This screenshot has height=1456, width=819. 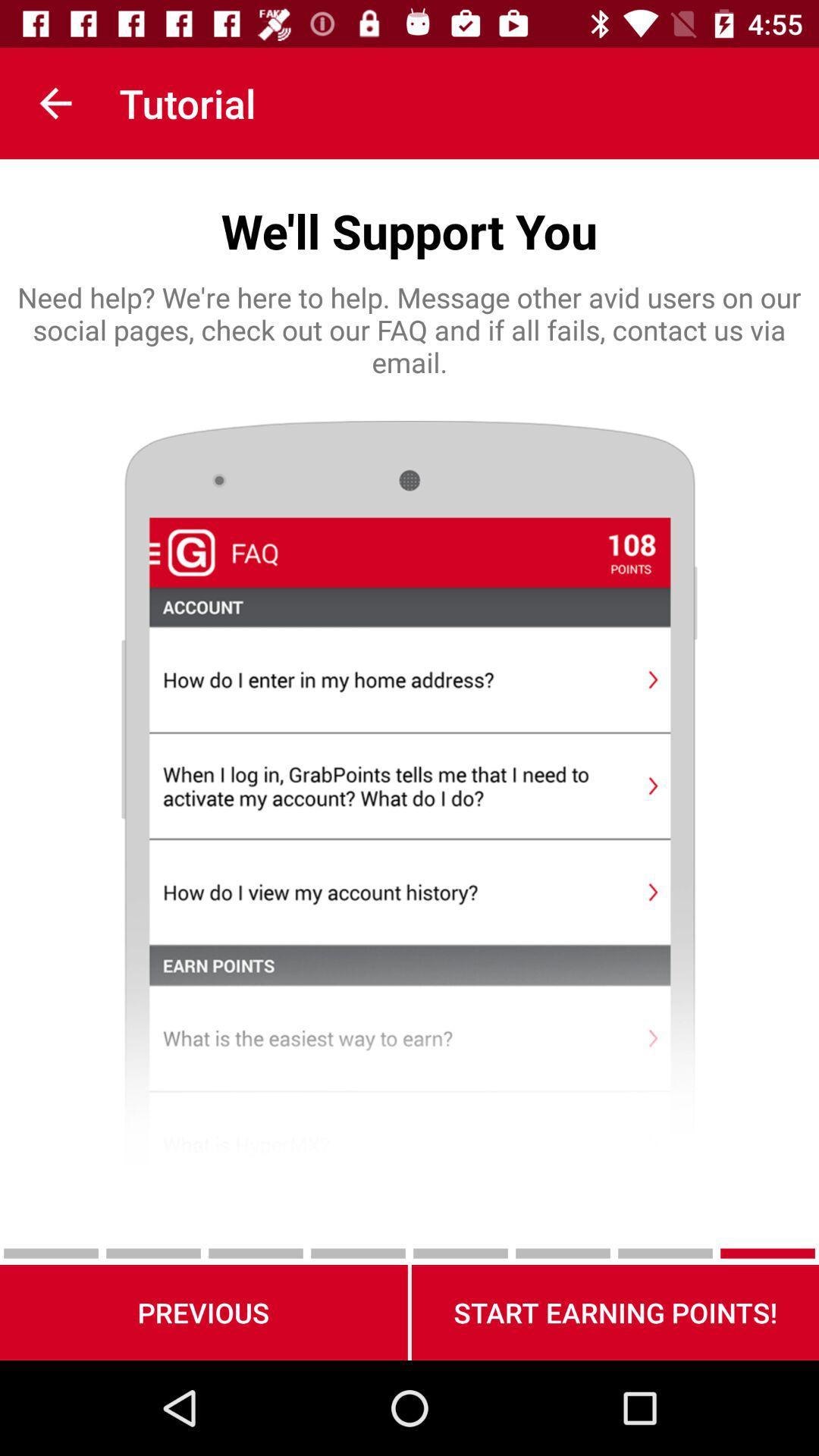 I want to click on the start earning points! at the bottom right corner, so click(x=615, y=1312).